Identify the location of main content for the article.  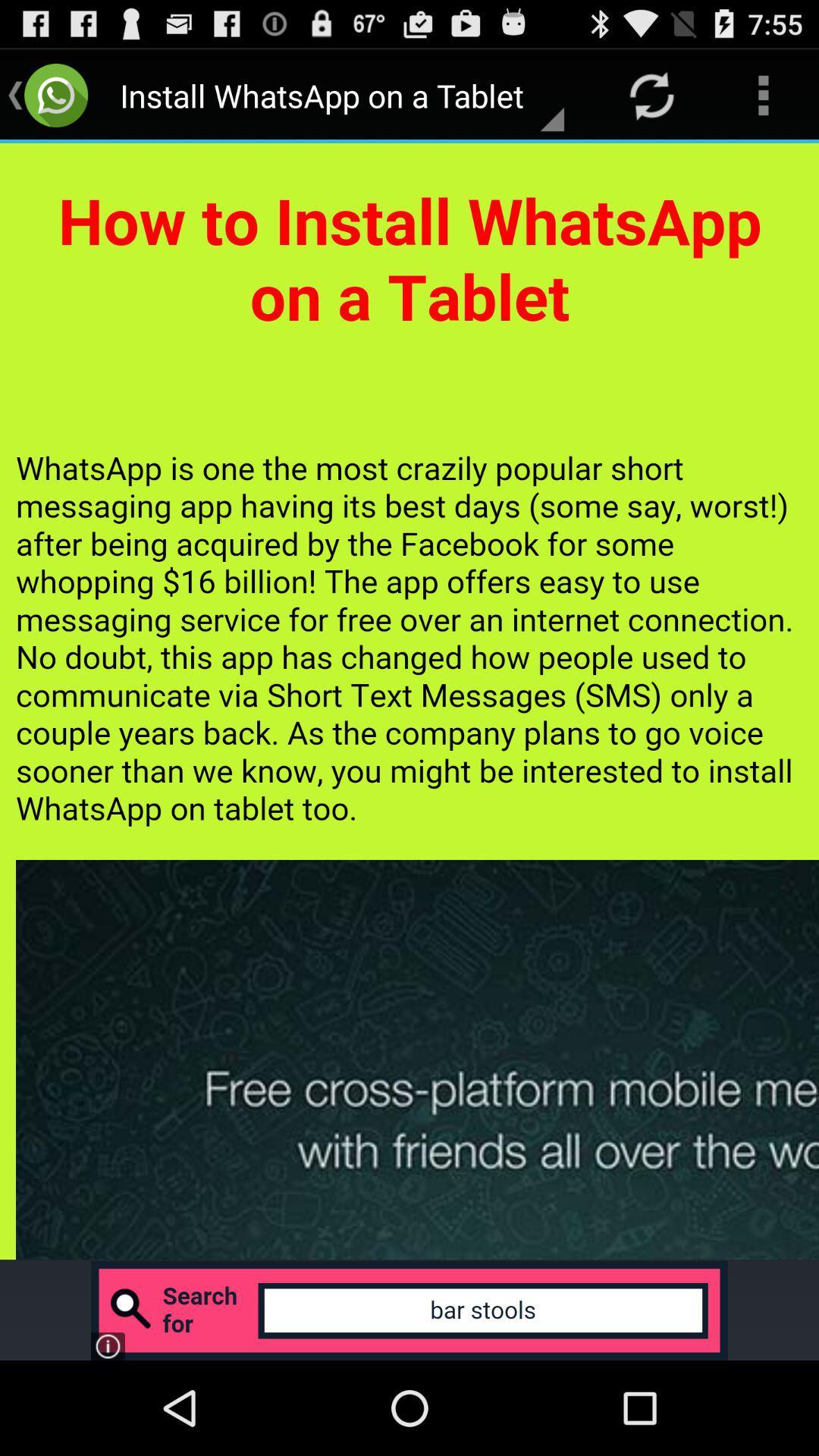
(409, 701).